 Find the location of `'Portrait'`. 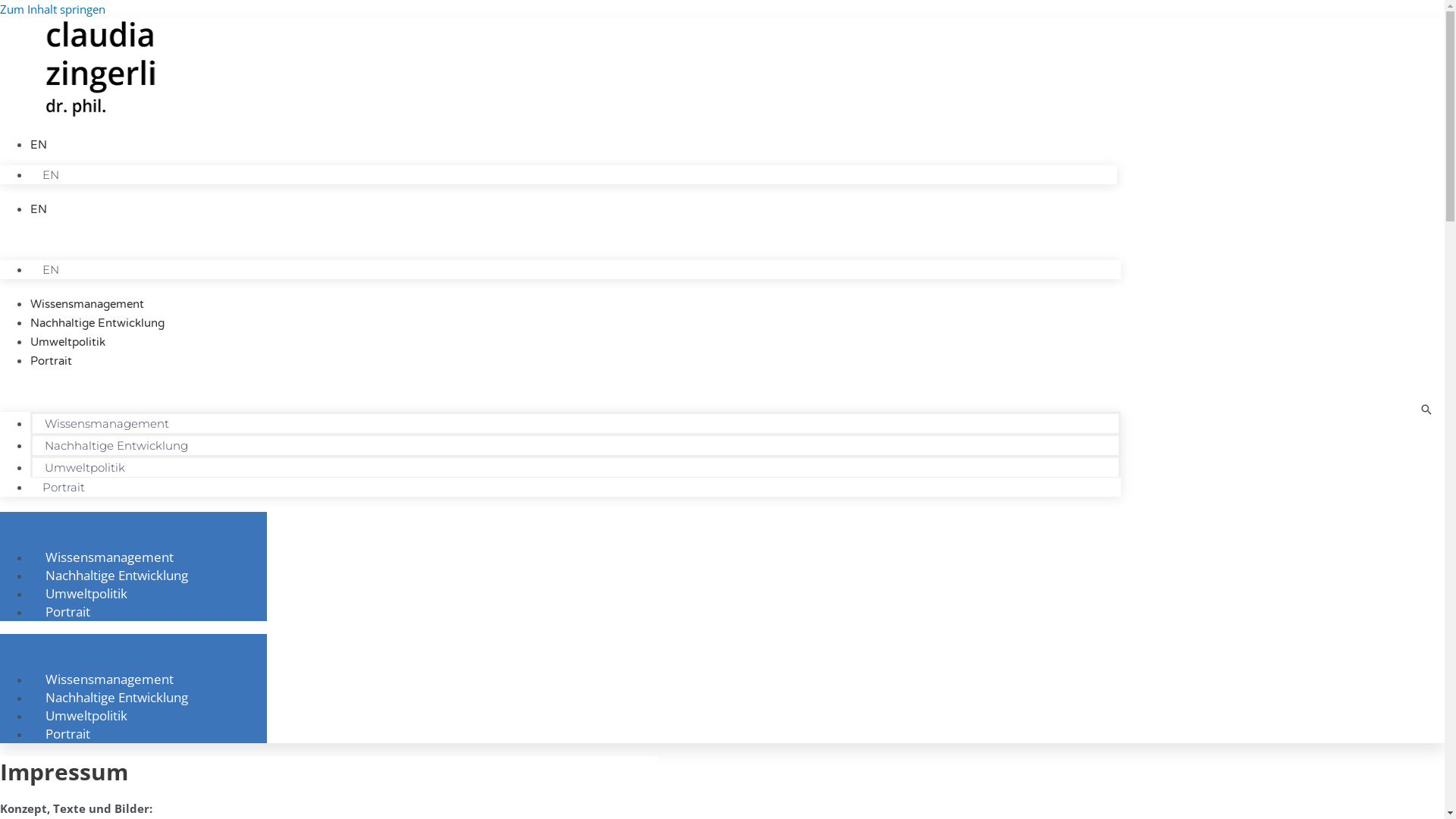

'Portrait' is located at coordinates (51, 360).